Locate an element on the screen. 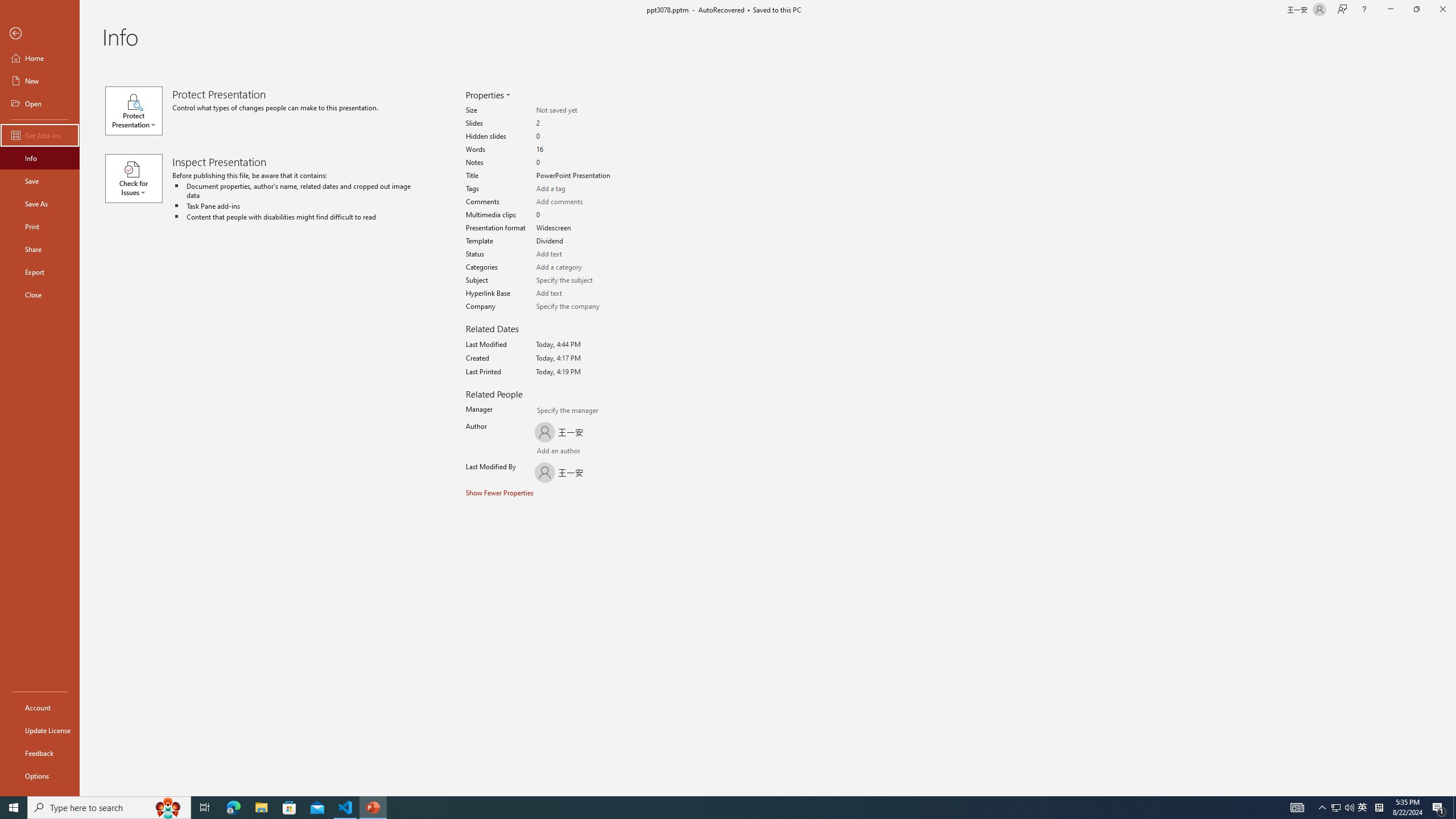 The width and height of the screenshot is (1456, 819). 'Notes' is located at coordinates (575, 163).